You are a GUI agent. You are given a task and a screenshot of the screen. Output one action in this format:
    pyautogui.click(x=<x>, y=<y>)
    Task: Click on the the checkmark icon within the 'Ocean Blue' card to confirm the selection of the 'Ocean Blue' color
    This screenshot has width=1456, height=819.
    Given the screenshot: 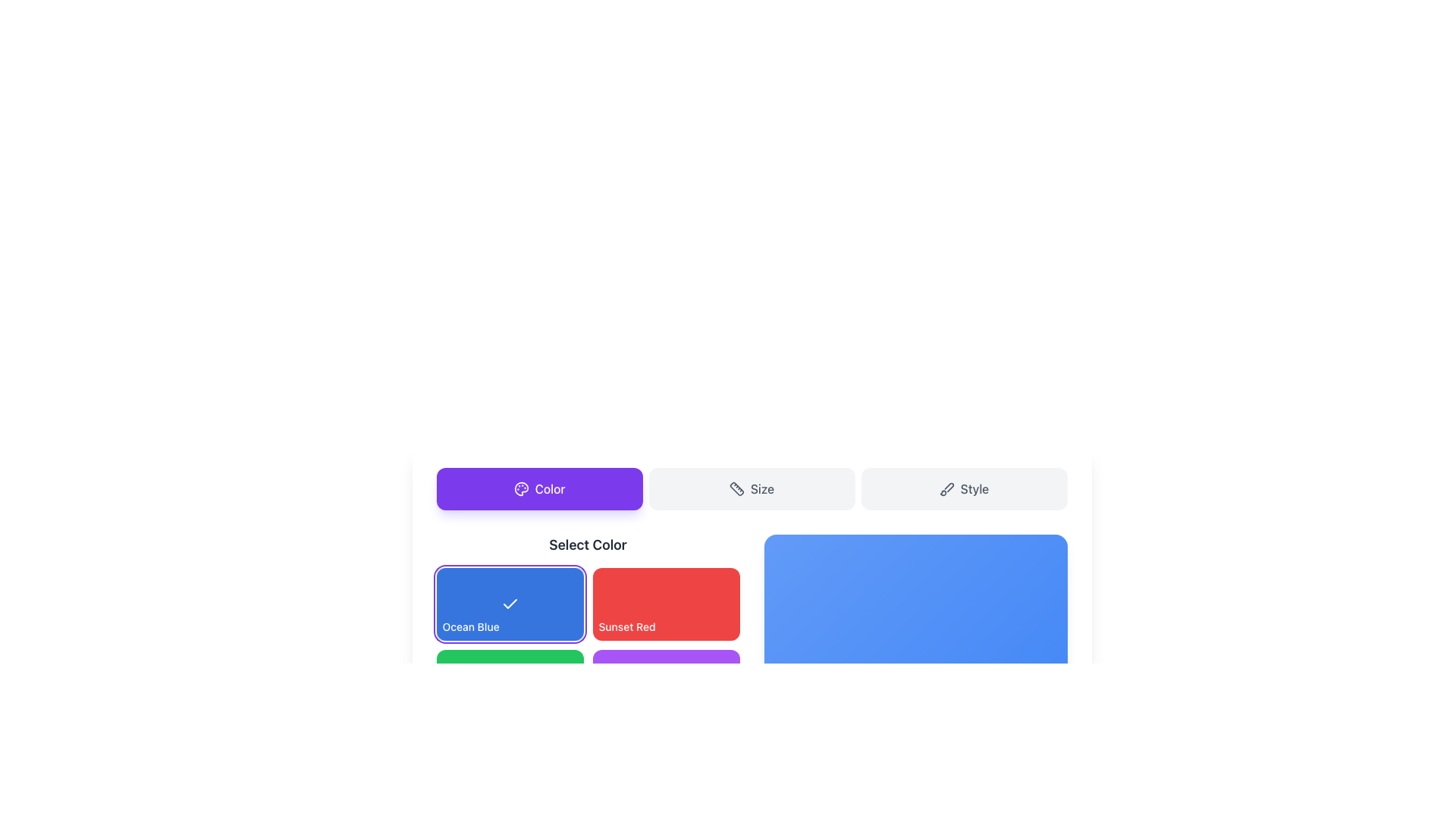 What is the action you would take?
    pyautogui.click(x=510, y=604)
    